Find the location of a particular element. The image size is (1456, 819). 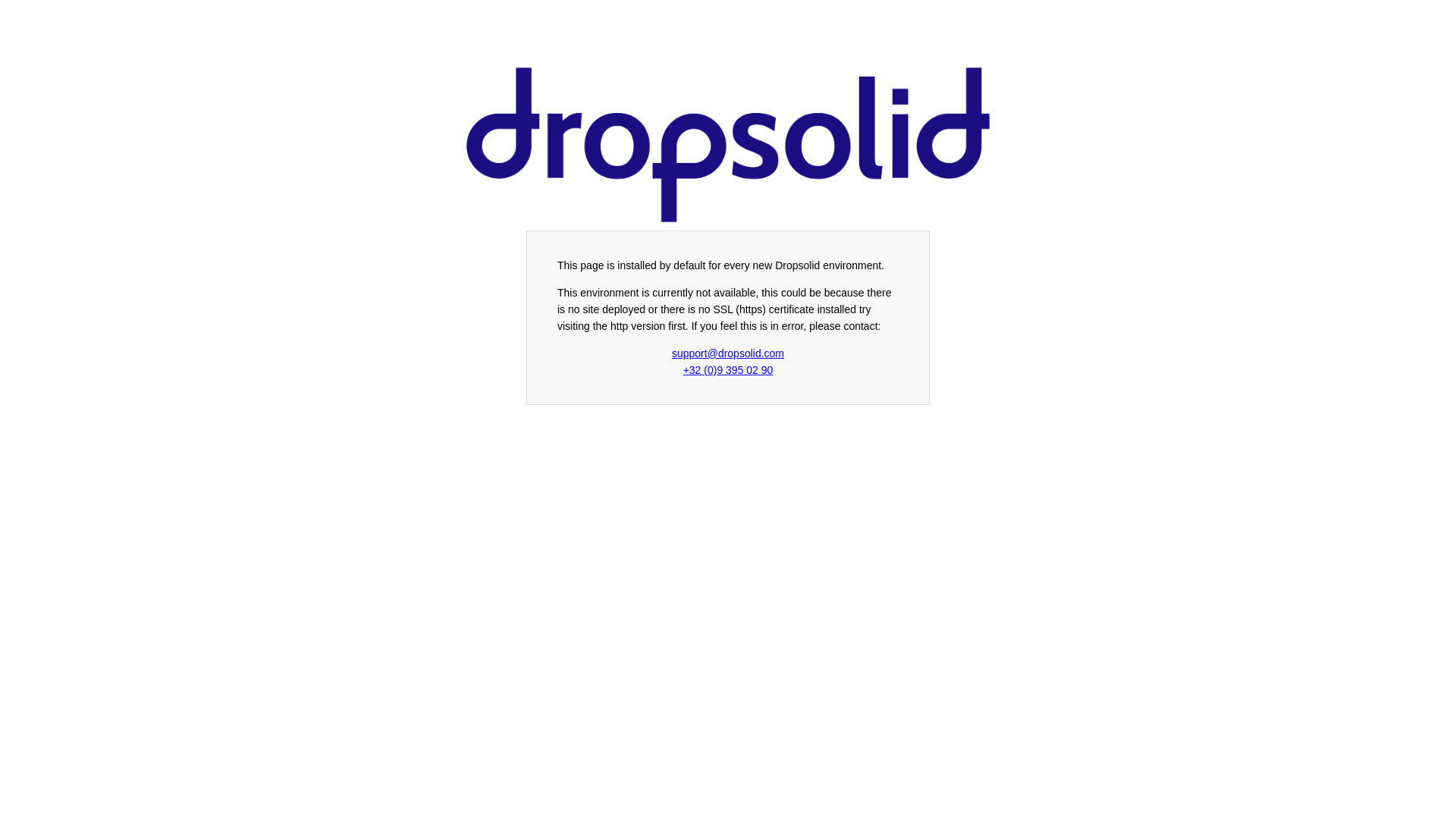

'support@dropsolid.com' is located at coordinates (728, 353).